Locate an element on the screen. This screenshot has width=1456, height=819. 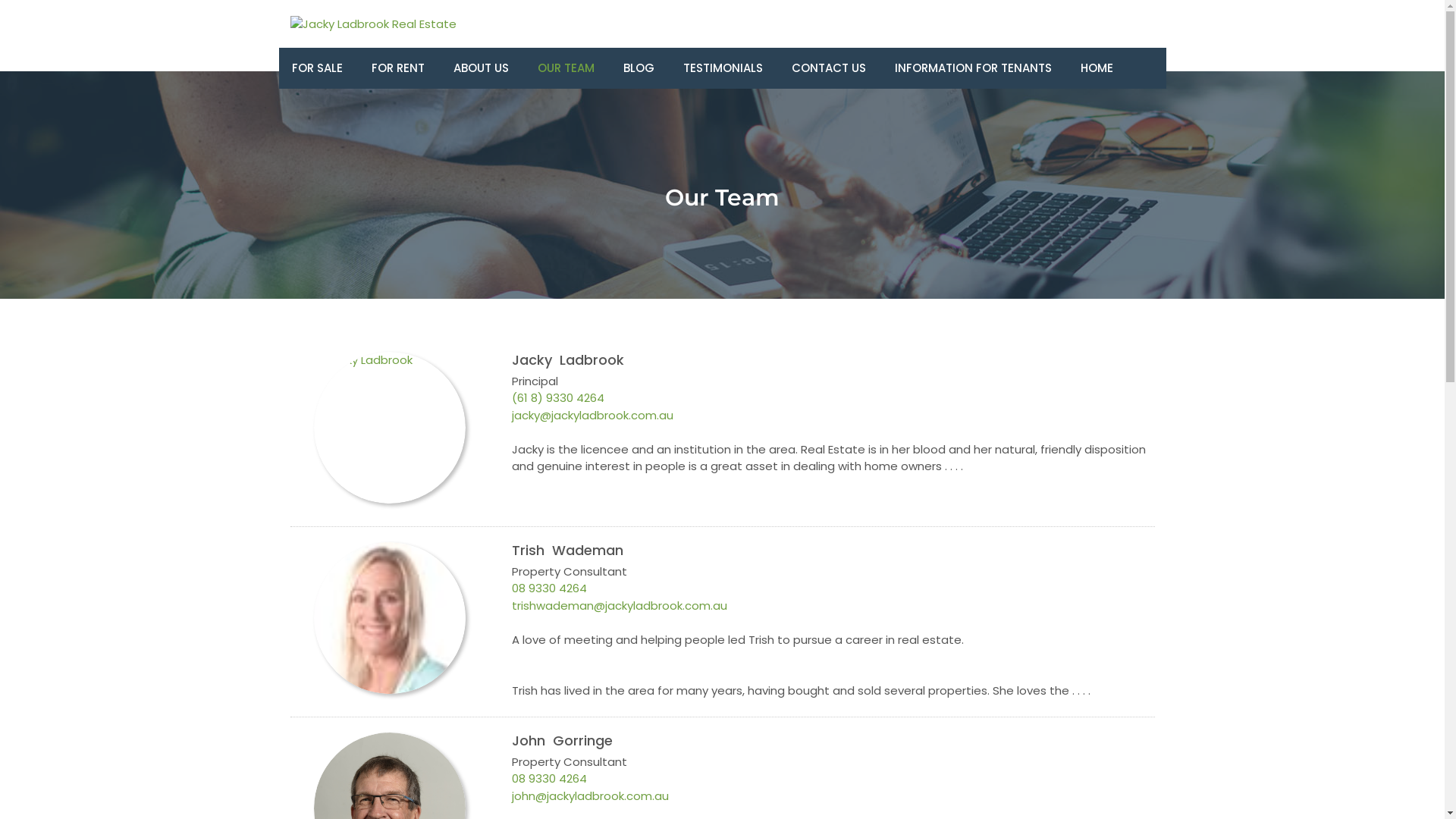
'Jacky Ladbrook Real Estate' is located at coordinates (372, 24).